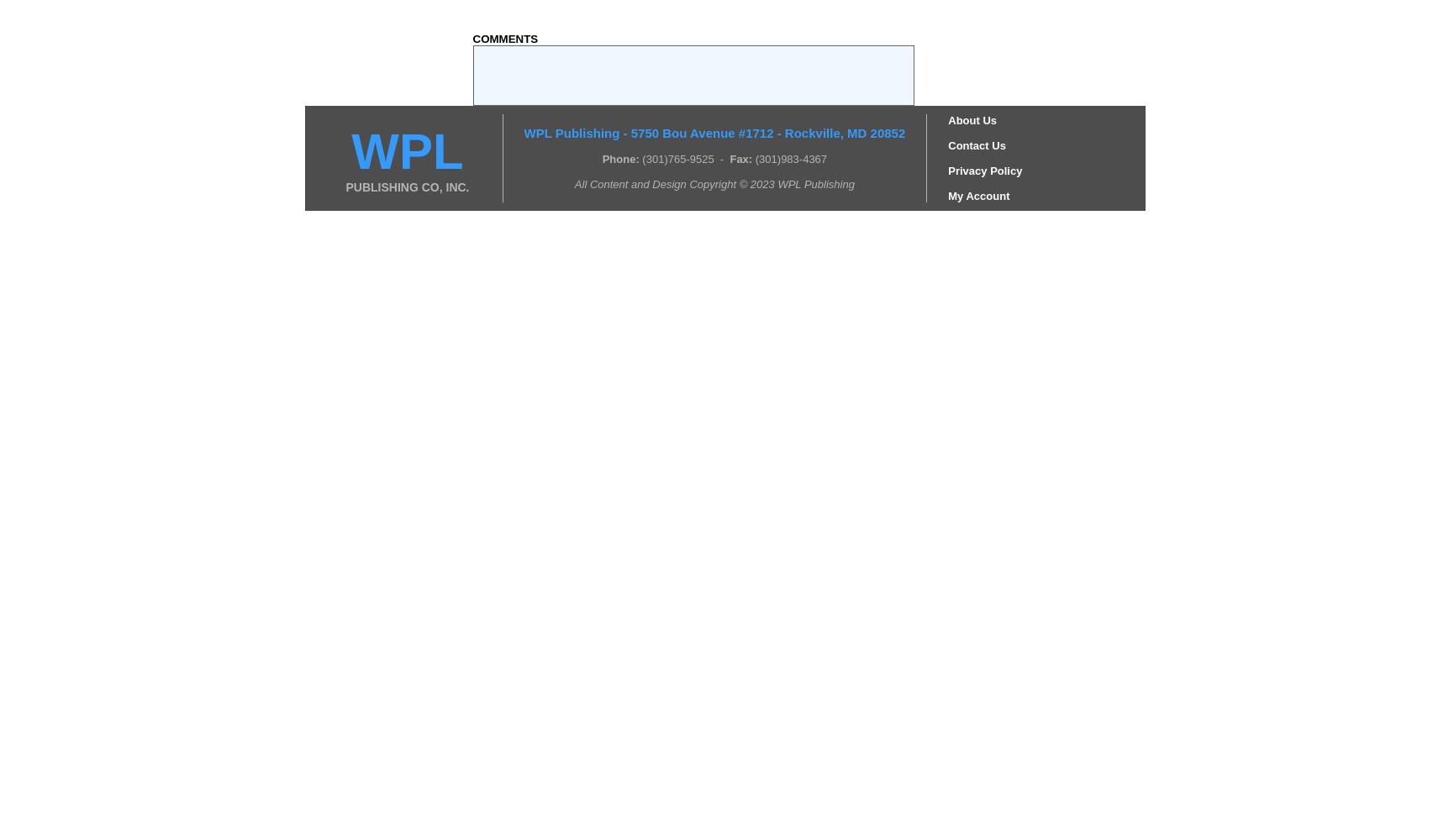 The height and width of the screenshot is (840, 1433). I want to click on 'Phone:', so click(619, 158).